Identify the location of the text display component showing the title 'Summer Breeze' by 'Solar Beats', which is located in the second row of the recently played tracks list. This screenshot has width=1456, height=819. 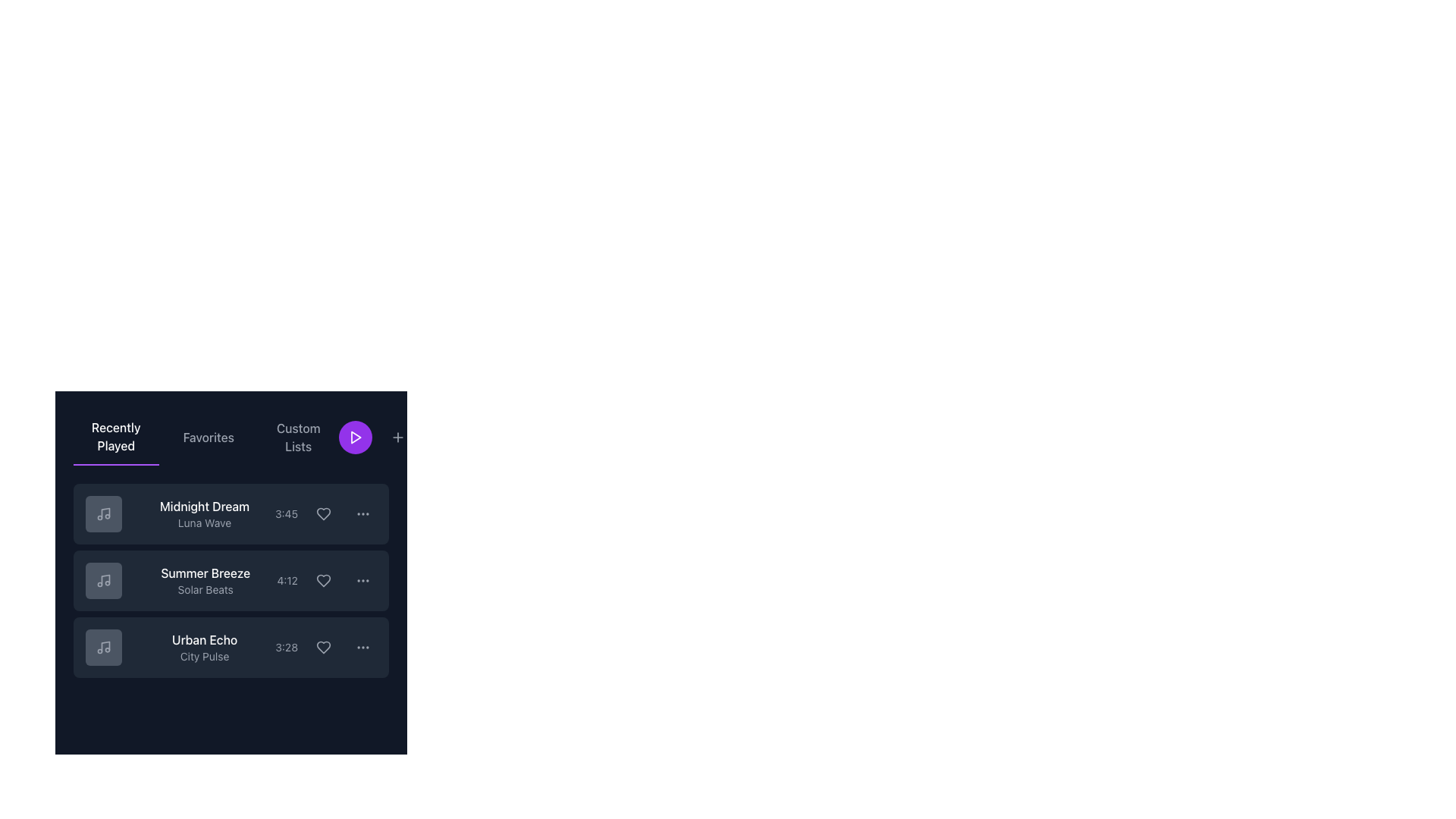
(205, 580).